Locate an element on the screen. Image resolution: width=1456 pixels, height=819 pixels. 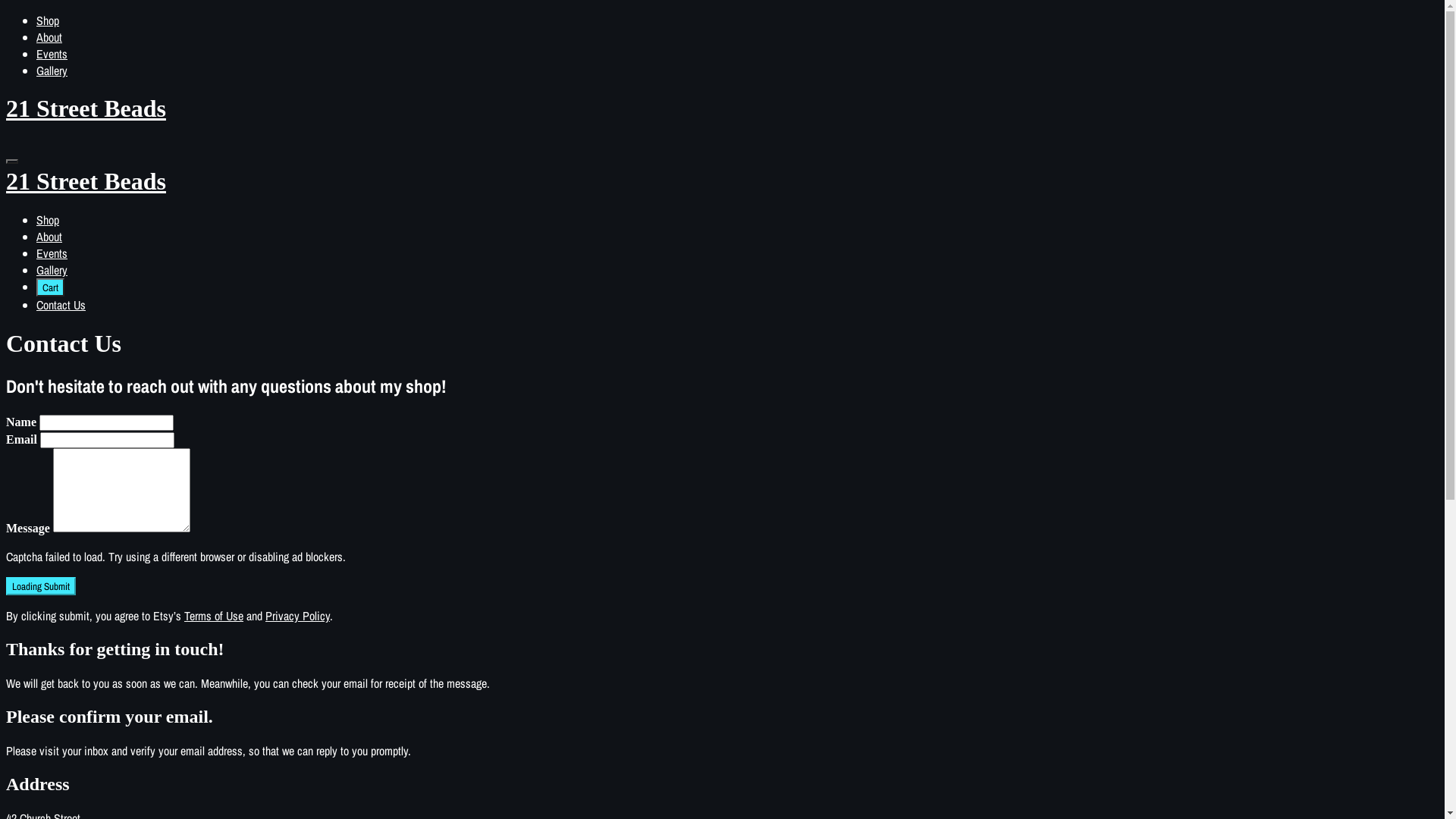
'Shop' is located at coordinates (47, 219).